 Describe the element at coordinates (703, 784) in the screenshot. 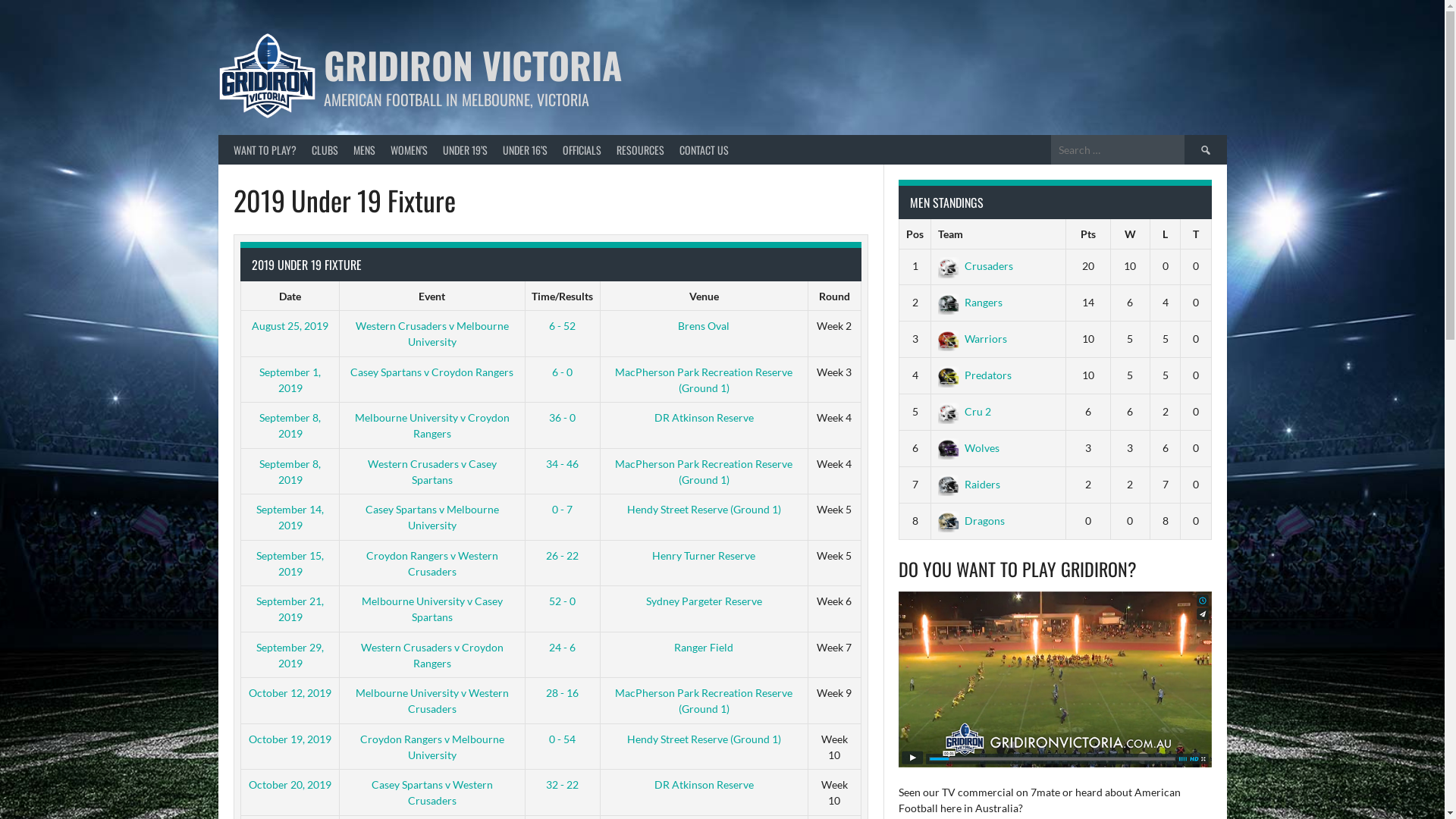

I see `'DR Atkinson Reserve'` at that location.